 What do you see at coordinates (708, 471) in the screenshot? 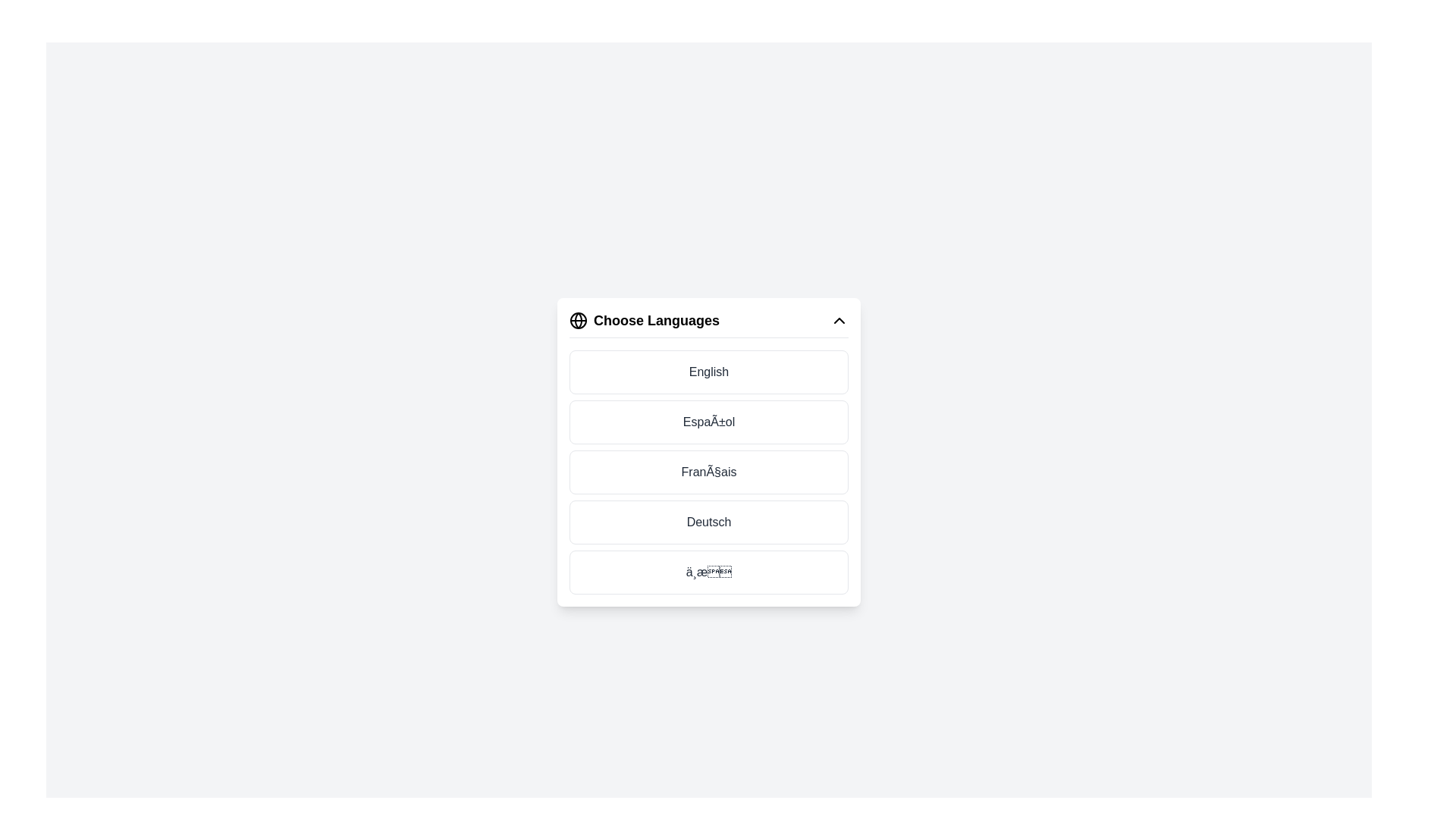
I see `the button representing the language option 'Français'` at bounding box center [708, 471].